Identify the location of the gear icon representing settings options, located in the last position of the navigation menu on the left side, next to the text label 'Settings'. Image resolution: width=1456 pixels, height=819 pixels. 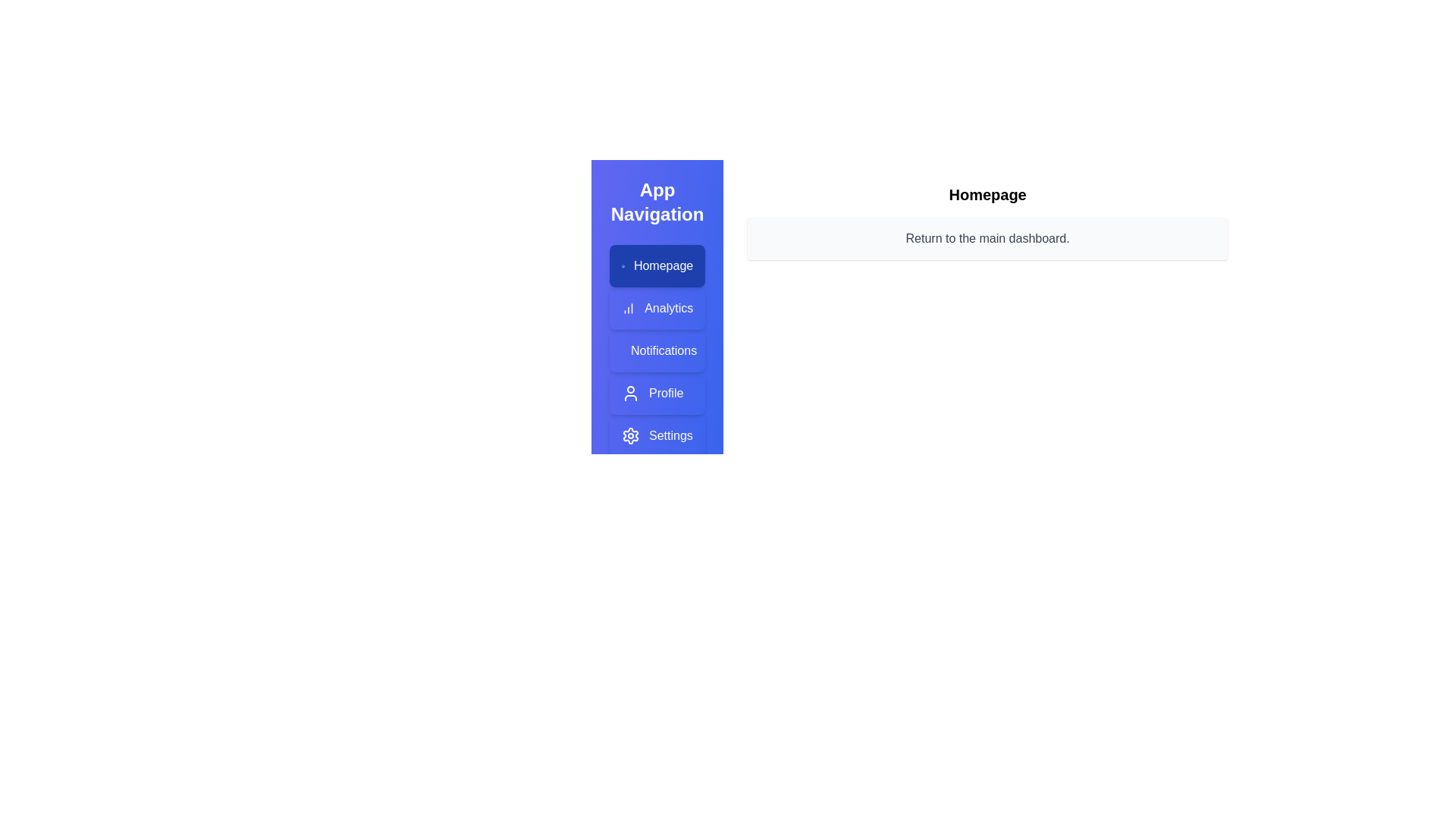
(630, 435).